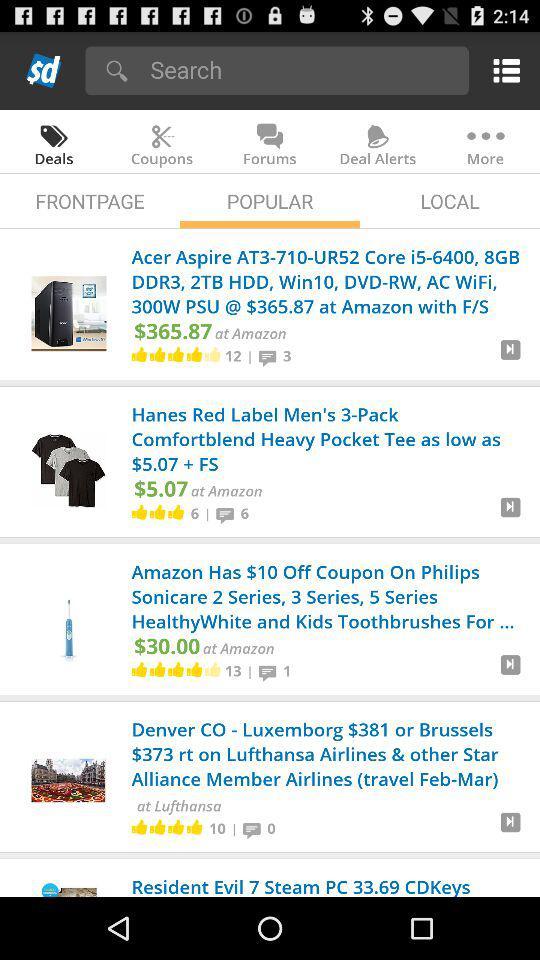  What do you see at coordinates (510, 672) in the screenshot?
I see `amazon` at bounding box center [510, 672].